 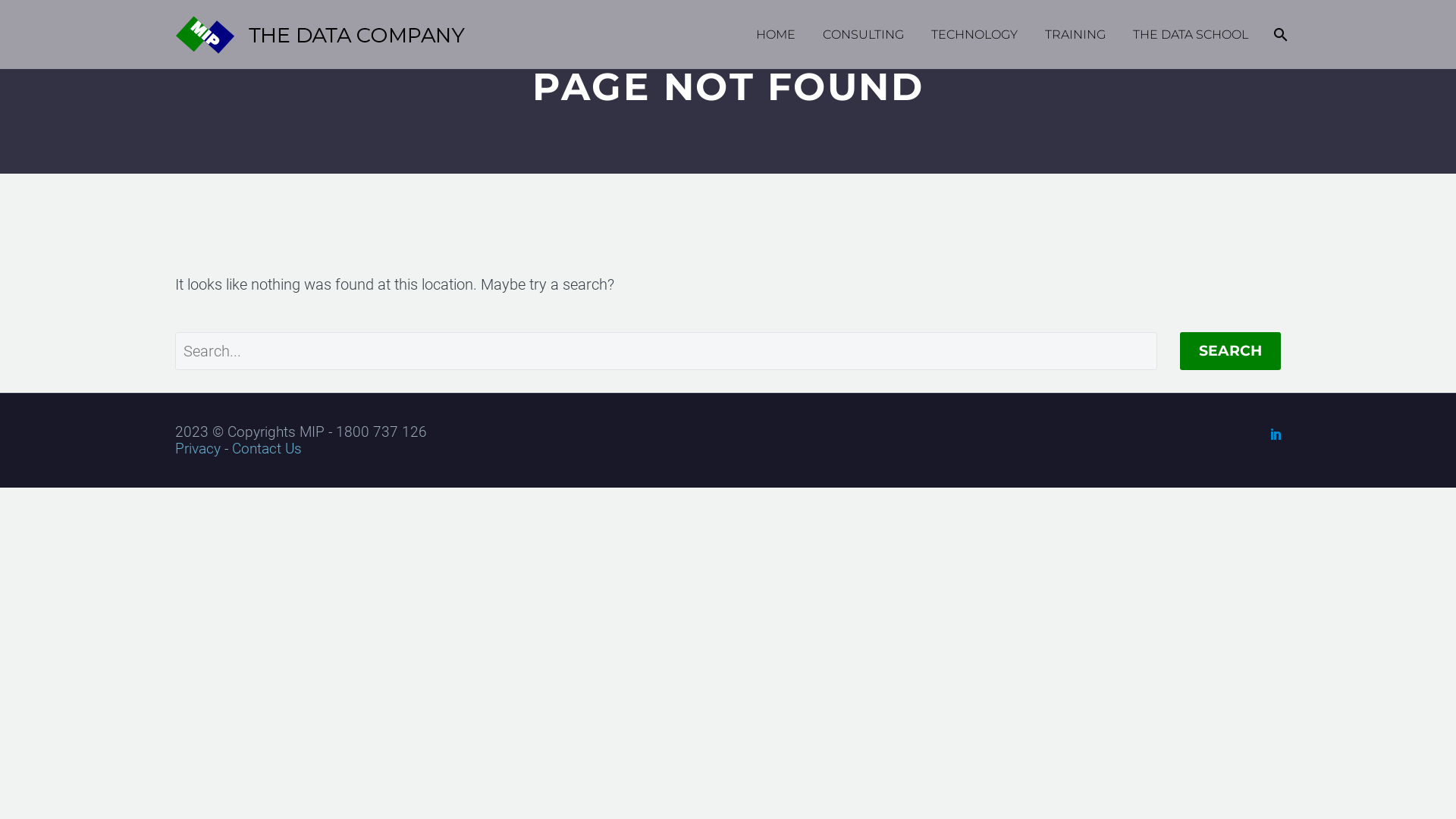 What do you see at coordinates (266, 447) in the screenshot?
I see `'Contact Us'` at bounding box center [266, 447].